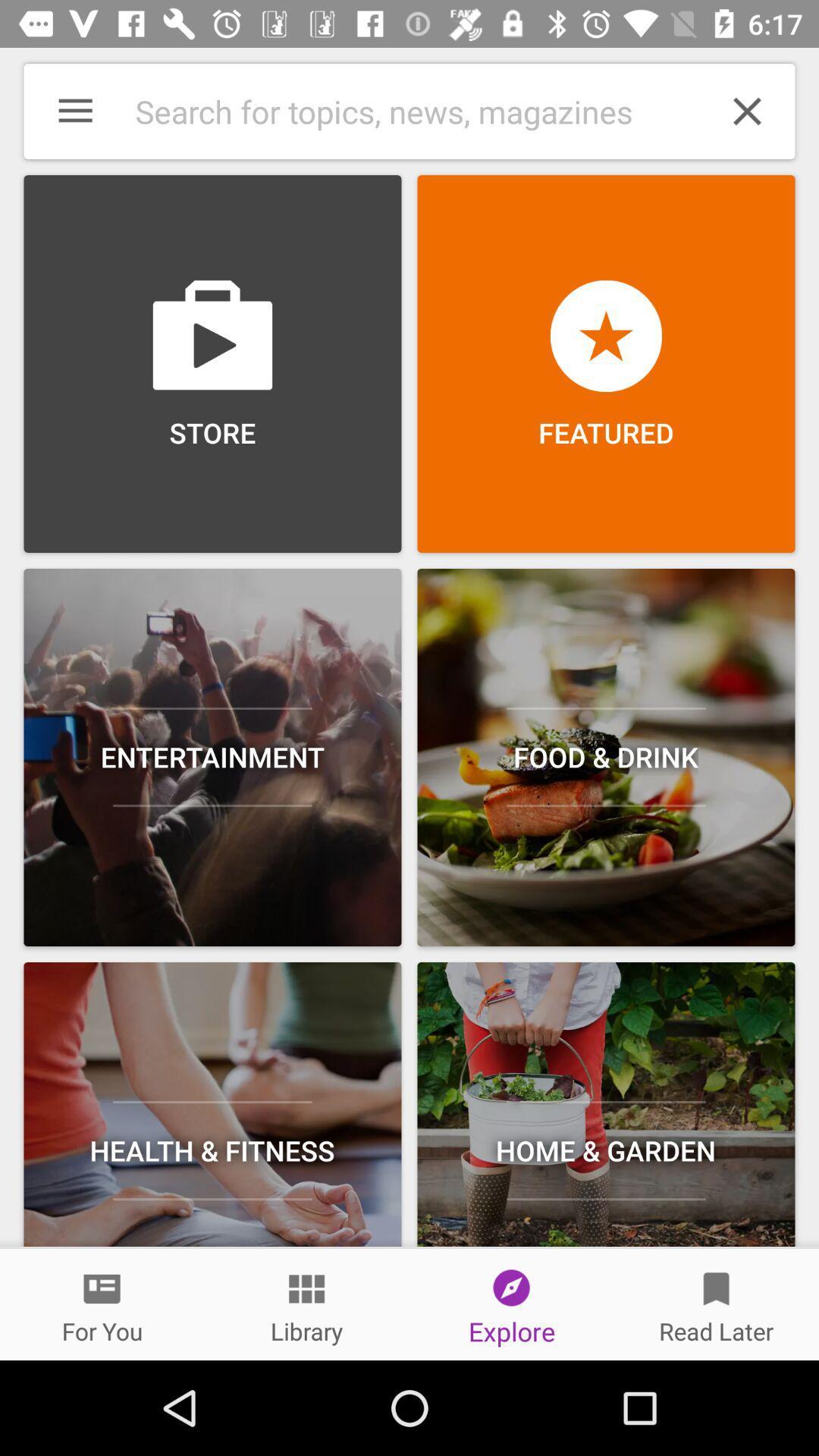  Describe the element at coordinates (605, 335) in the screenshot. I see `the star button above featured` at that location.